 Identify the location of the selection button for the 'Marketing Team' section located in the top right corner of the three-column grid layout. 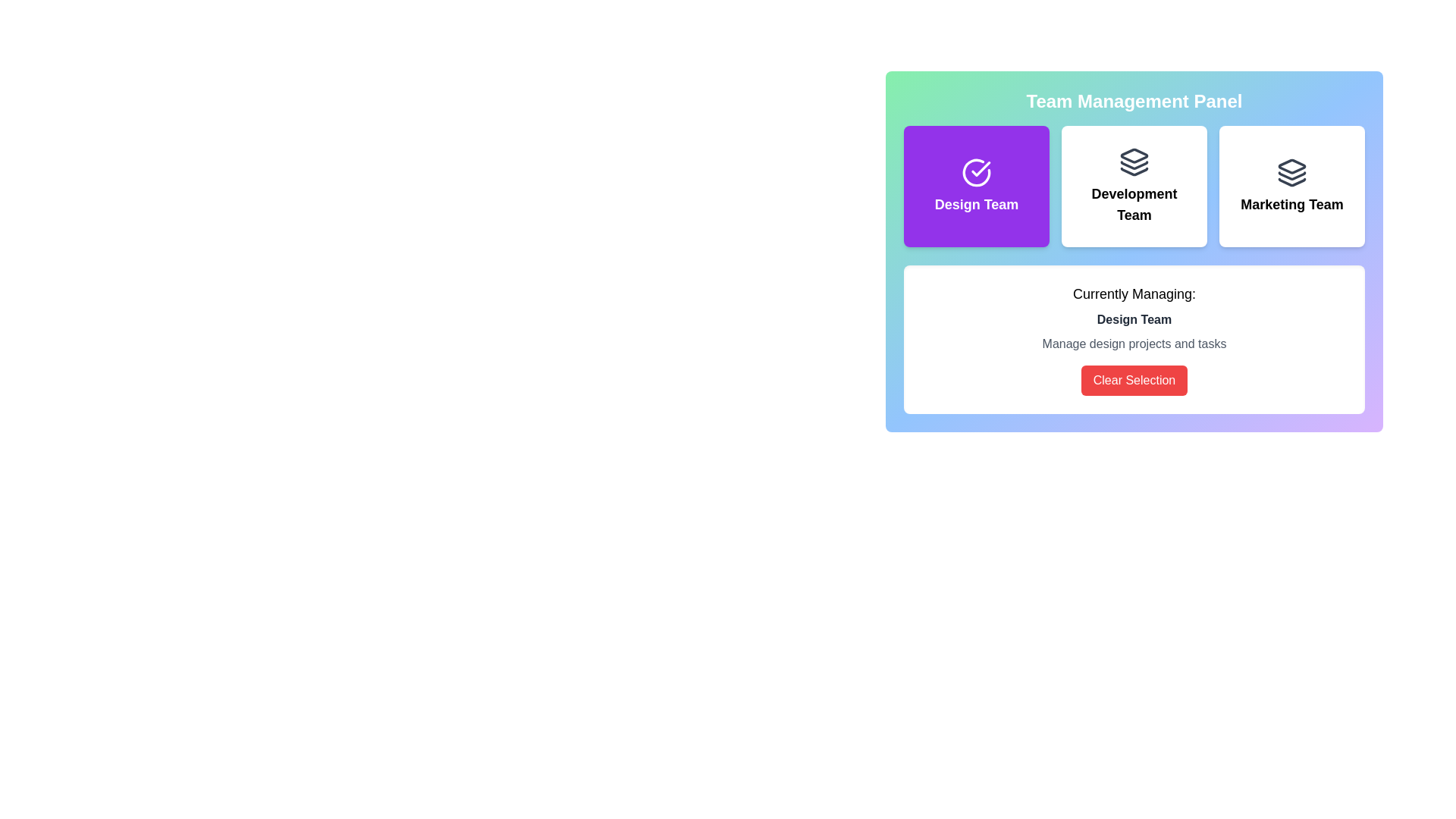
(1291, 186).